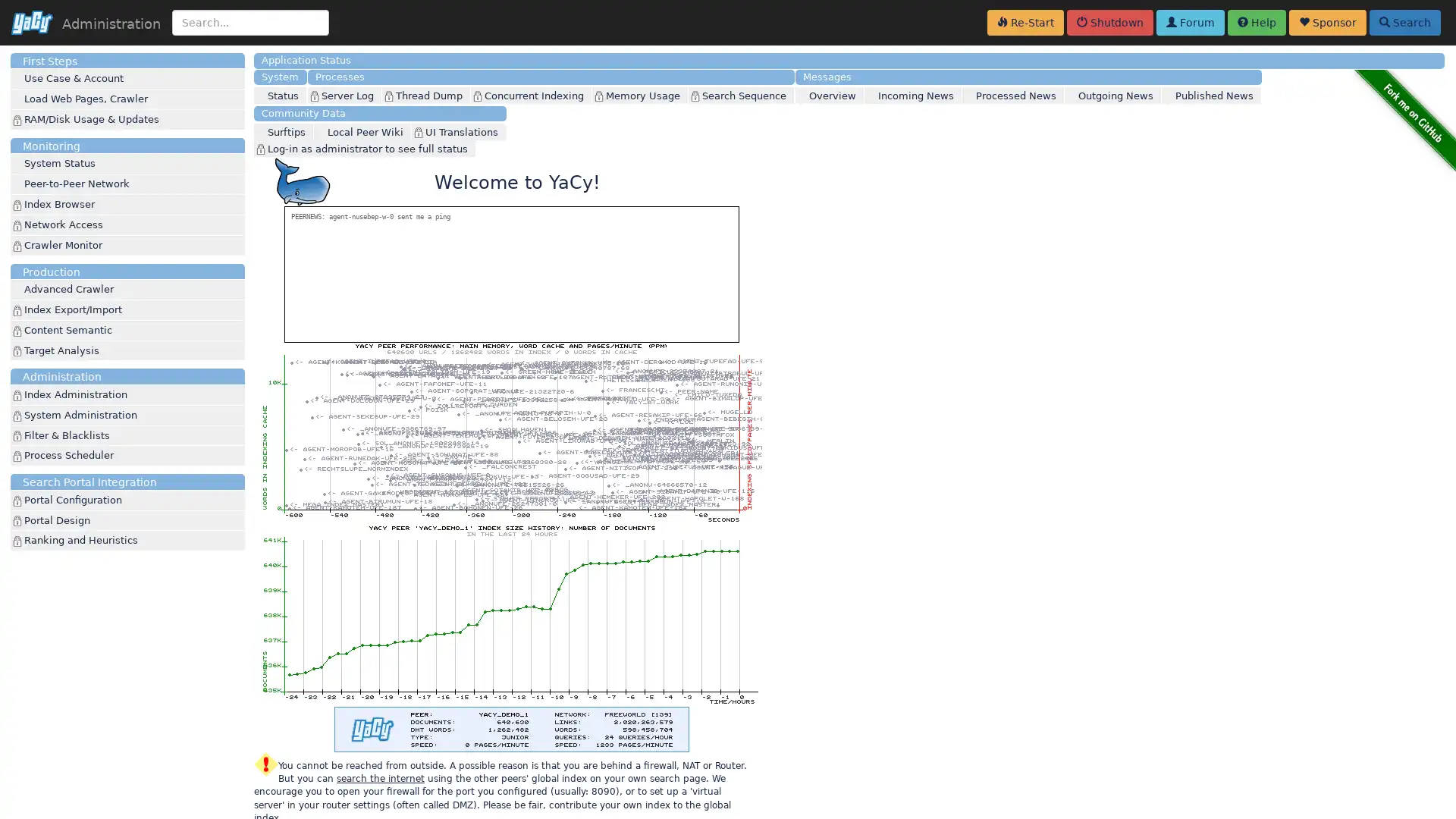 This screenshot has height=819, width=1456. What do you see at coordinates (1025, 23) in the screenshot?
I see `Re-Start` at bounding box center [1025, 23].